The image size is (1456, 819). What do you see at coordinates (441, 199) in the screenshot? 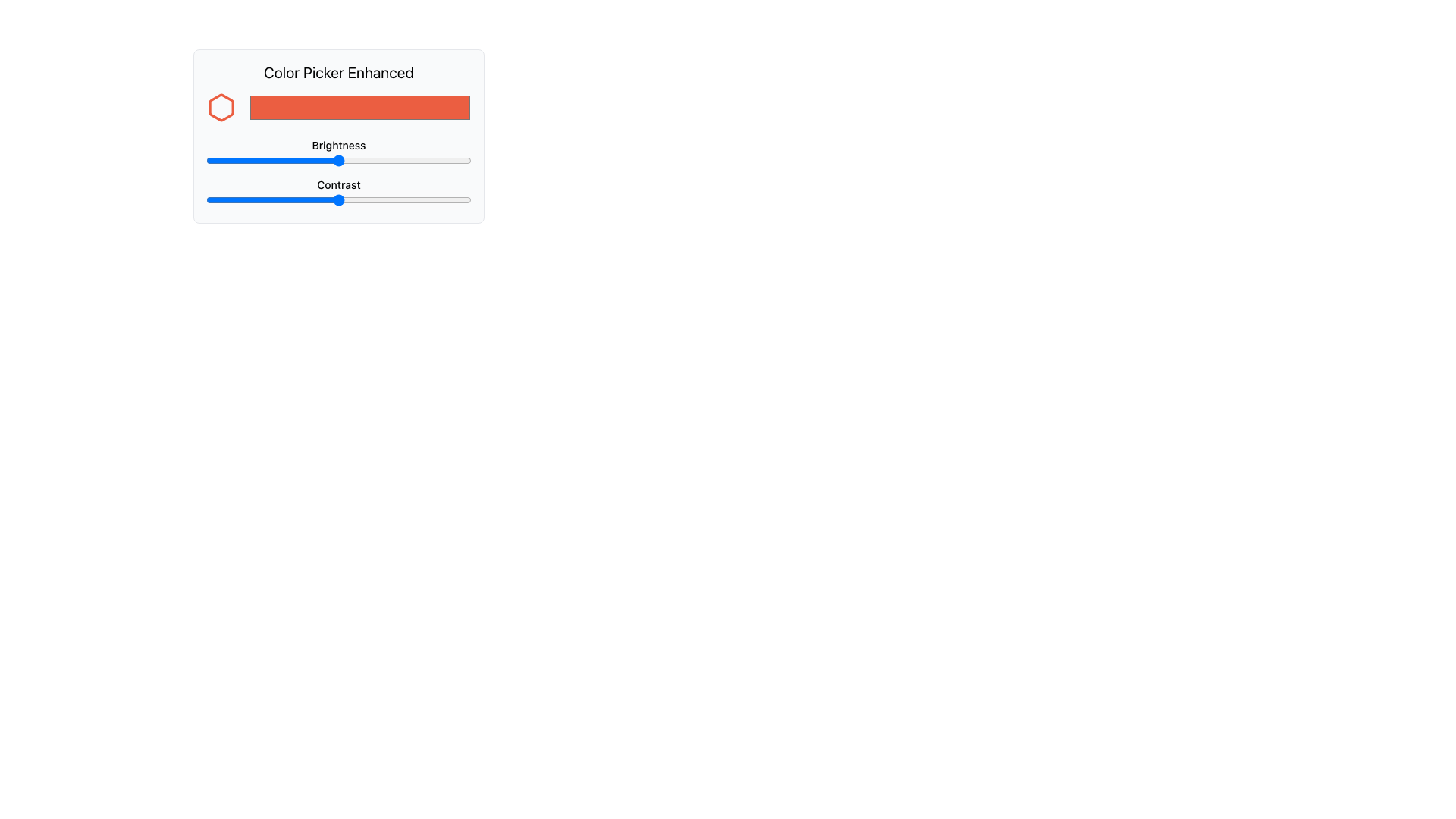
I see `contrast` at bounding box center [441, 199].